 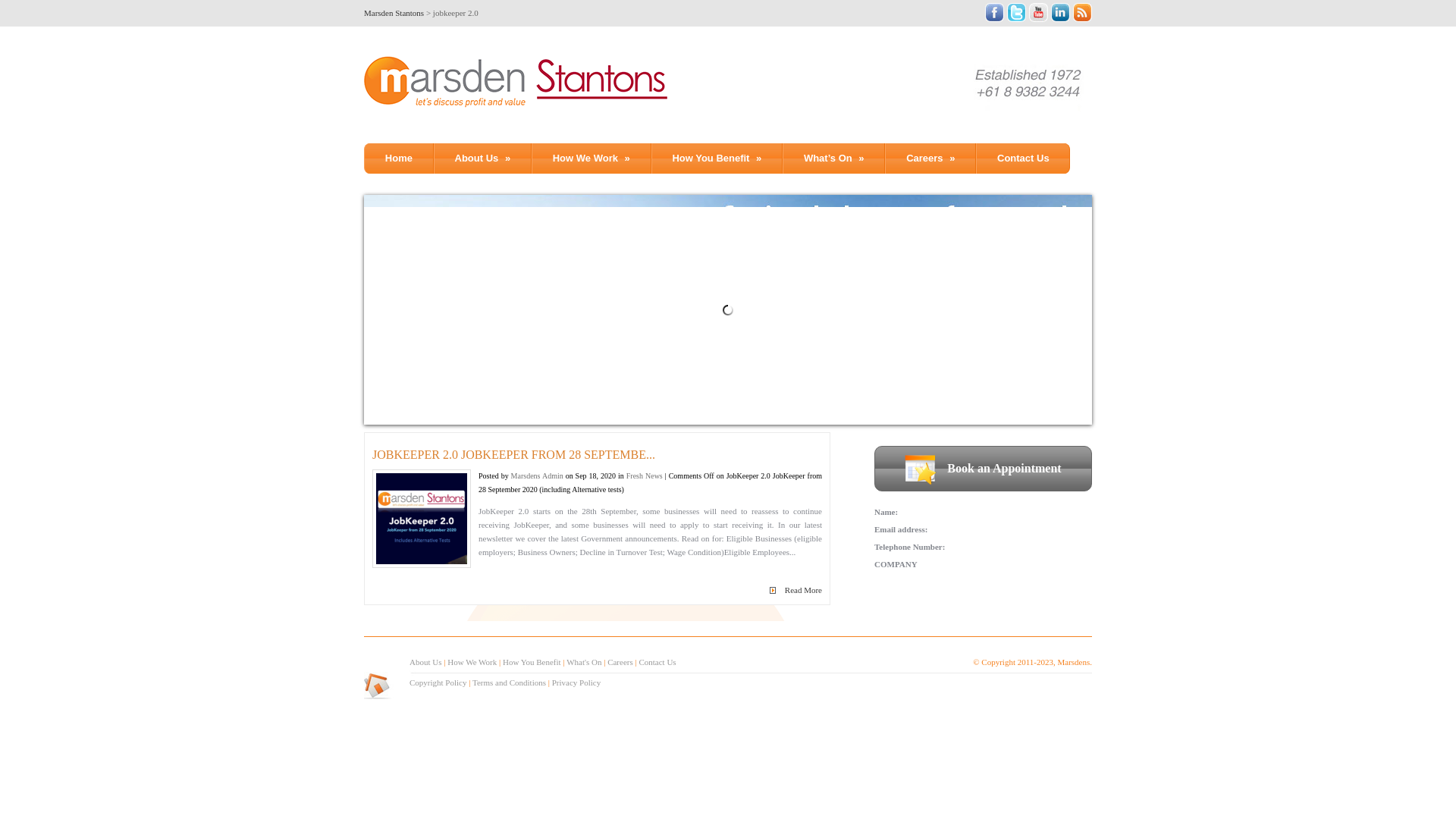 What do you see at coordinates (472, 681) in the screenshot?
I see `'Terms and Conditions'` at bounding box center [472, 681].